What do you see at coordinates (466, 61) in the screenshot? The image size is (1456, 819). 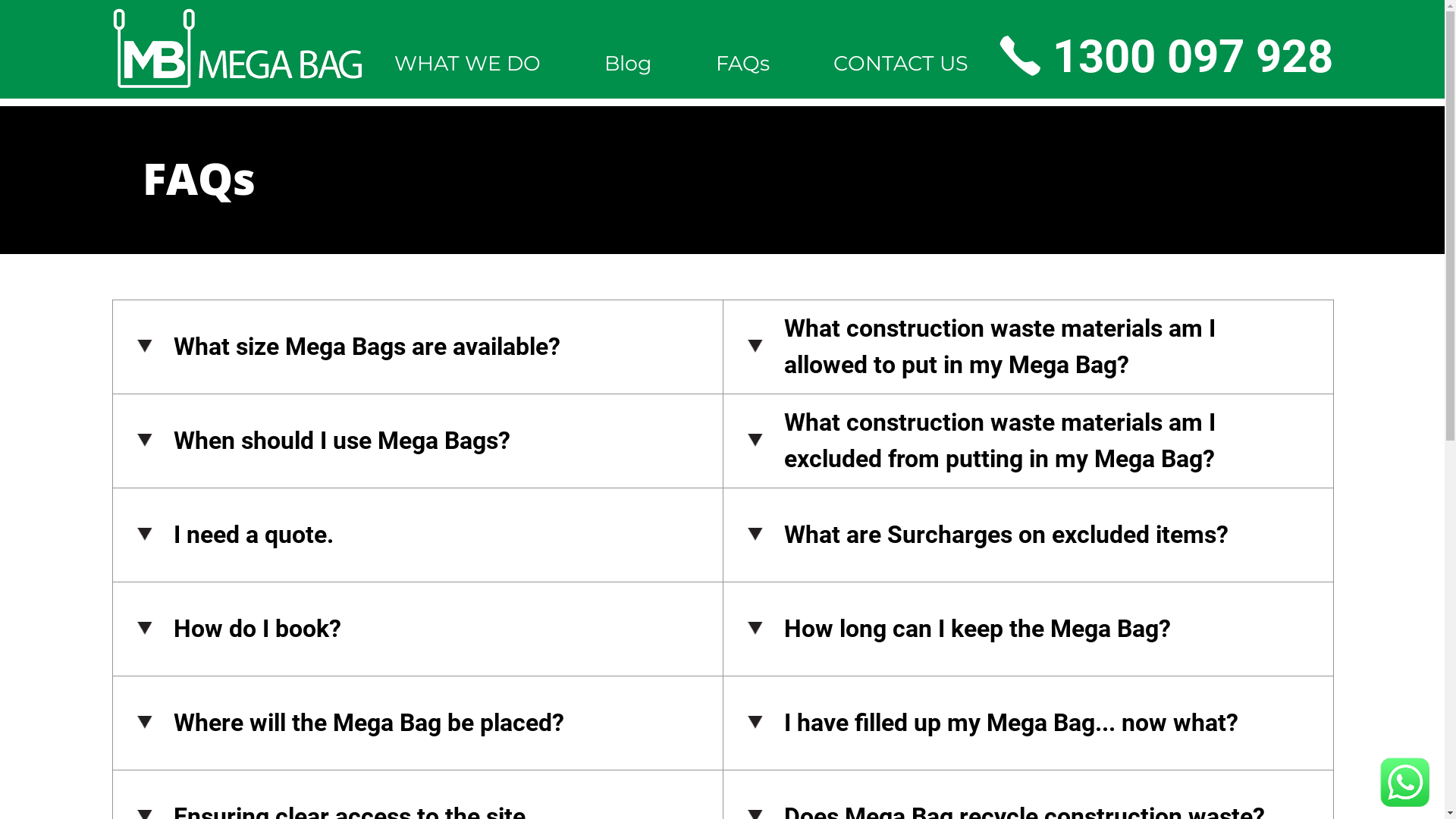 I see `'WHAT WE DO'` at bounding box center [466, 61].